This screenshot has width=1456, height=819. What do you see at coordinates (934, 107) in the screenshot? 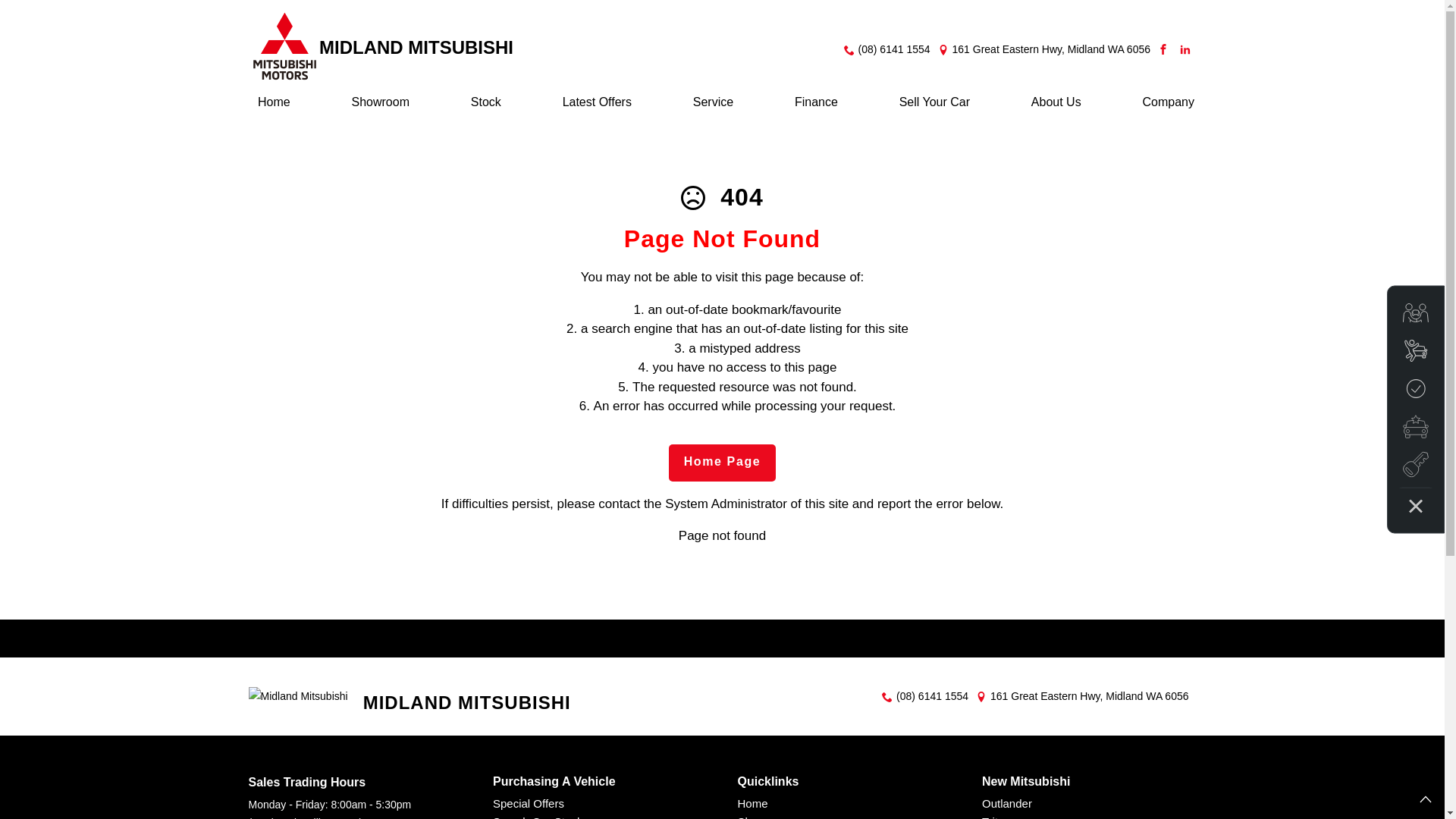
I see `'Sell Your Car'` at bounding box center [934, 107].